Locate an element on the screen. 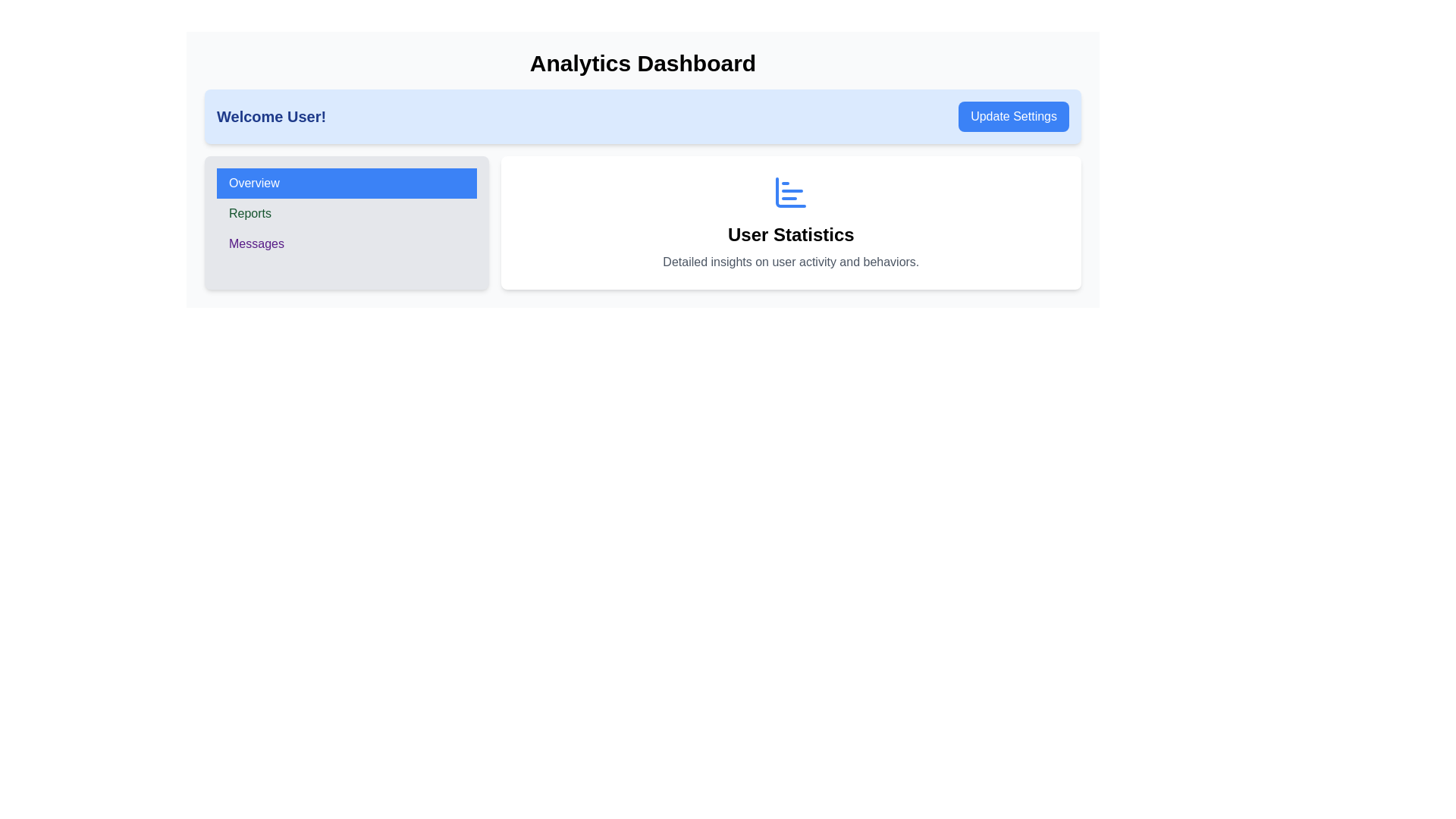  the informational panel titled 'User Statistics', which contains insights on user activity and behaviors is located at coordinates (790, 222).